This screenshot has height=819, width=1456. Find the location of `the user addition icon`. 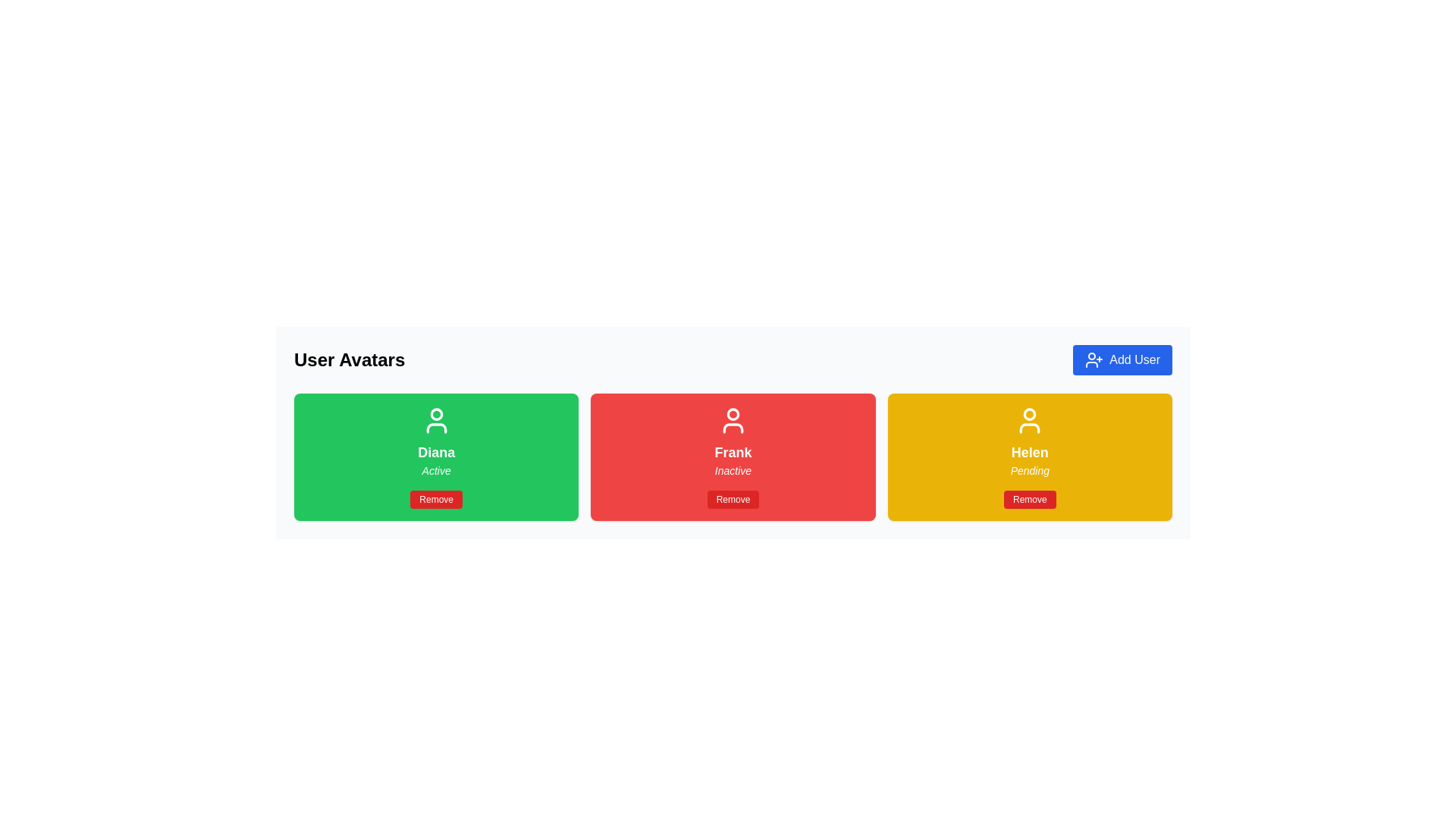

the user addition icon is located at coordinates (1094, 359).